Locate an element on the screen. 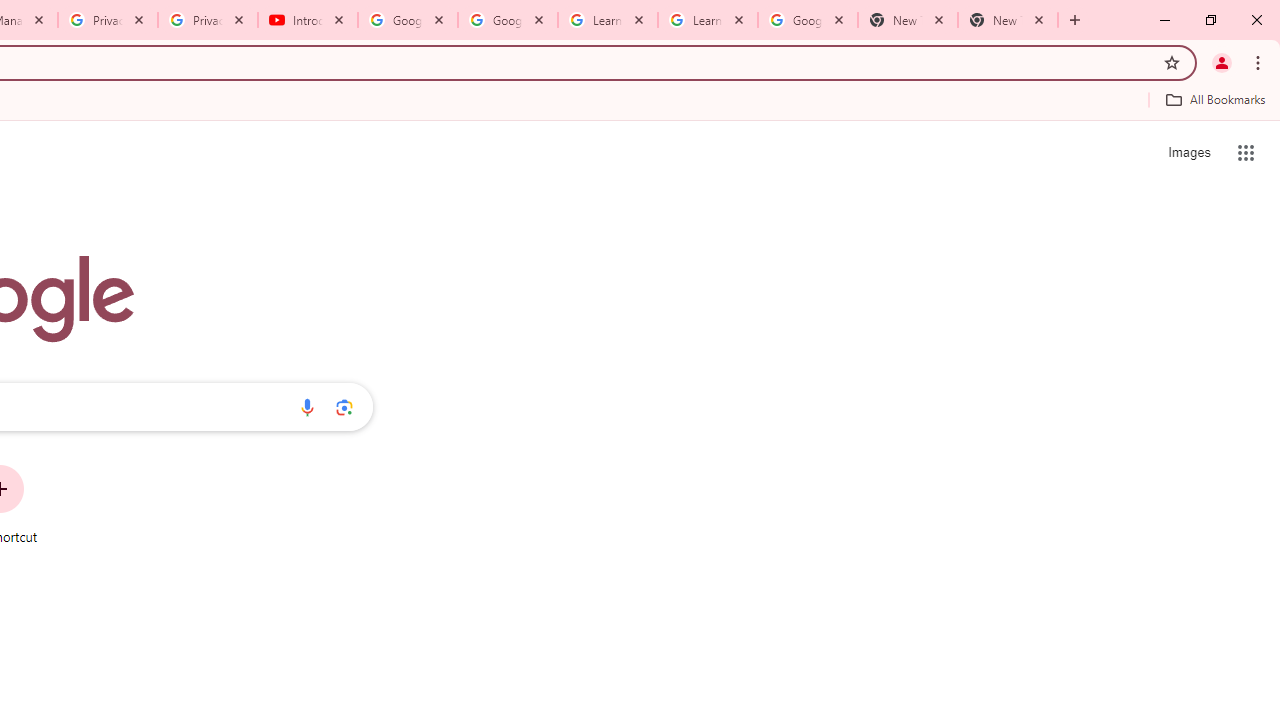 This screenshot has width=1280, height=720. 'New Tab' is located at coordinates (1008, 20).